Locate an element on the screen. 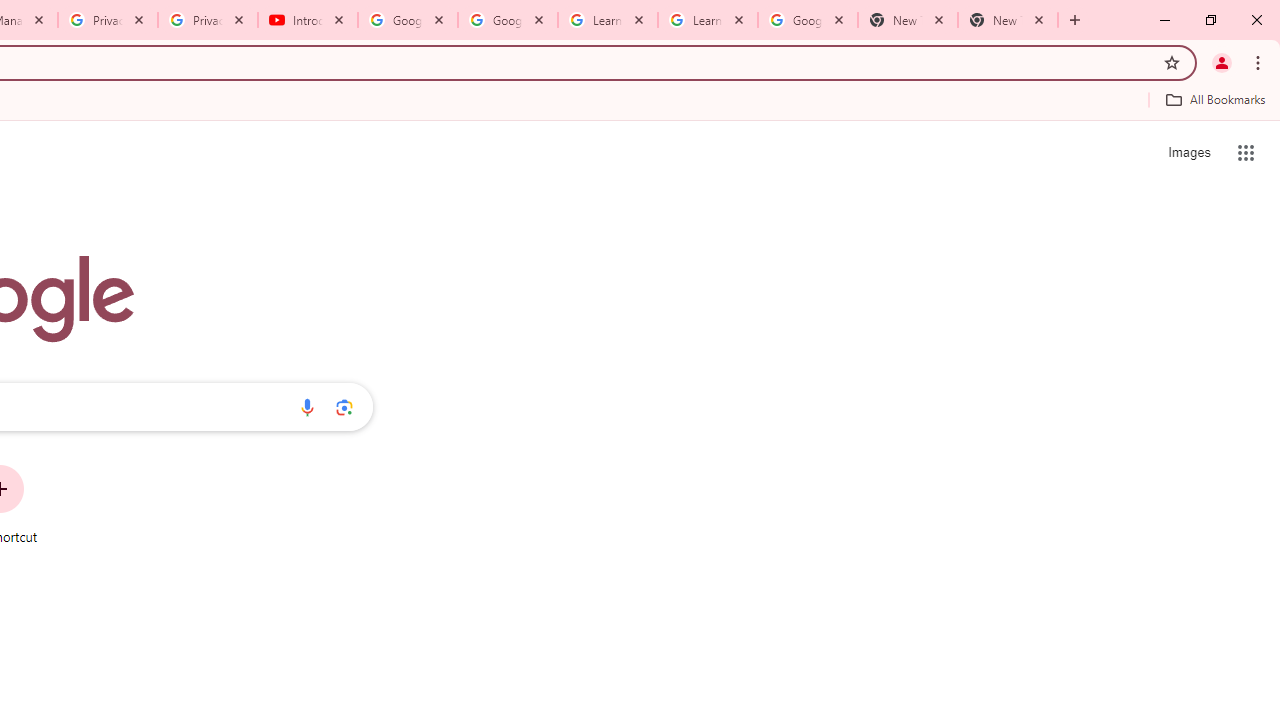 This screenshot has width=1280, height=720. 'New Tab' is located at coordinates (1008, 20).